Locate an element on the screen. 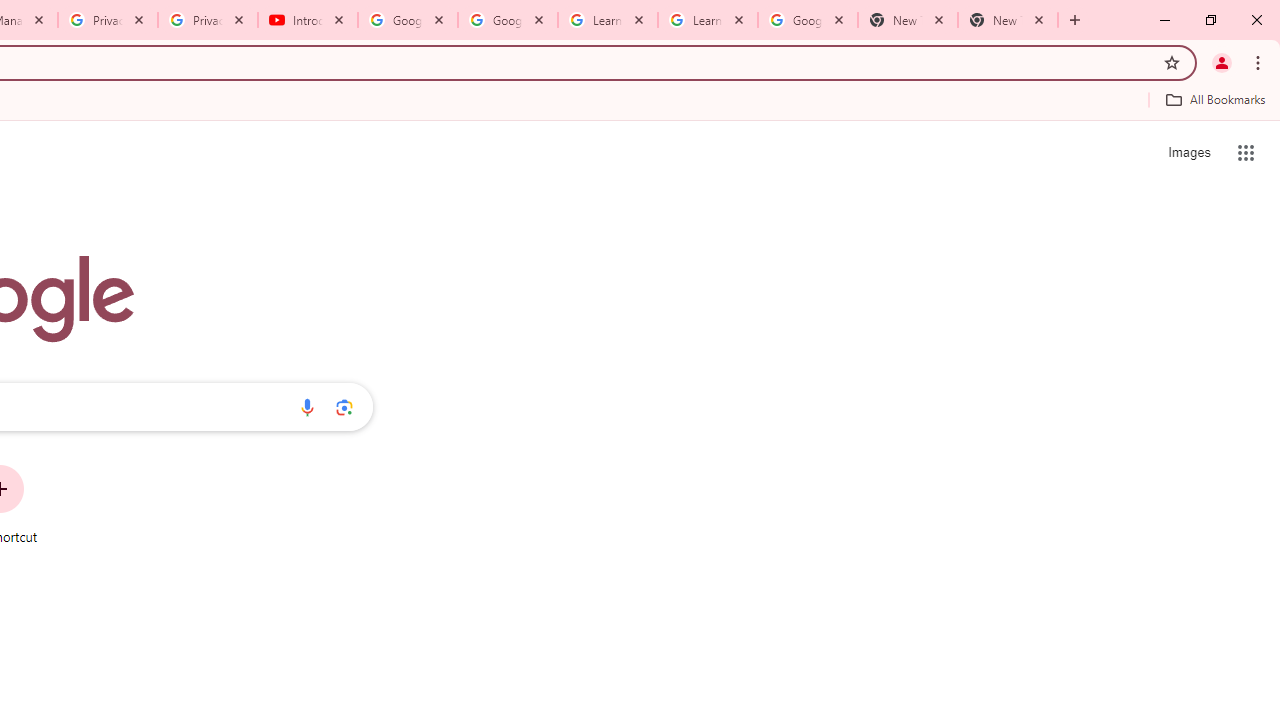 This screenshot has width=1280, height=720. 'New Tab' is located at coordinates (1008, 20).